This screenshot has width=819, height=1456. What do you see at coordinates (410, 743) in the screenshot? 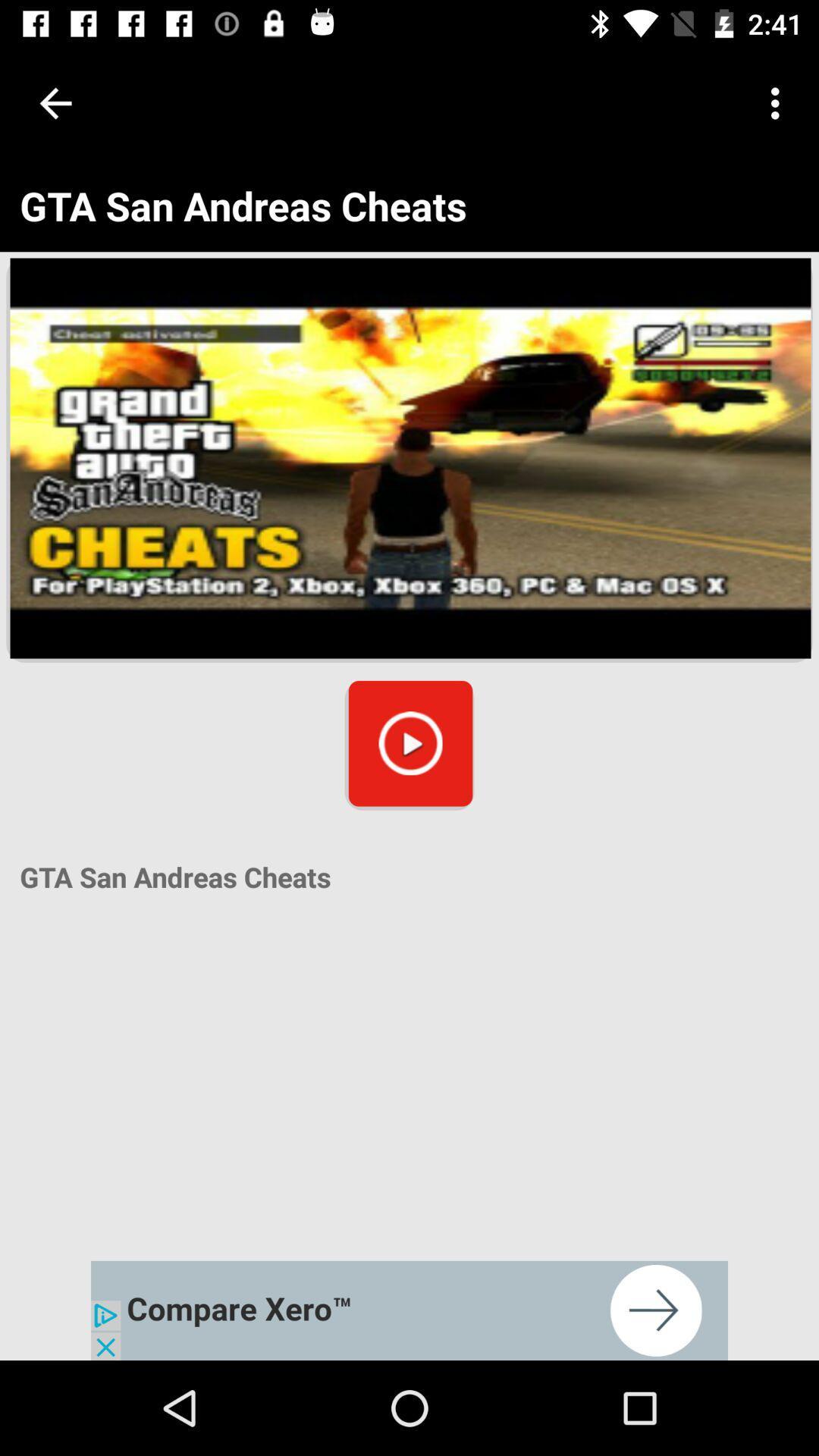
I see `the play icon` at bounding box center [410, 743].